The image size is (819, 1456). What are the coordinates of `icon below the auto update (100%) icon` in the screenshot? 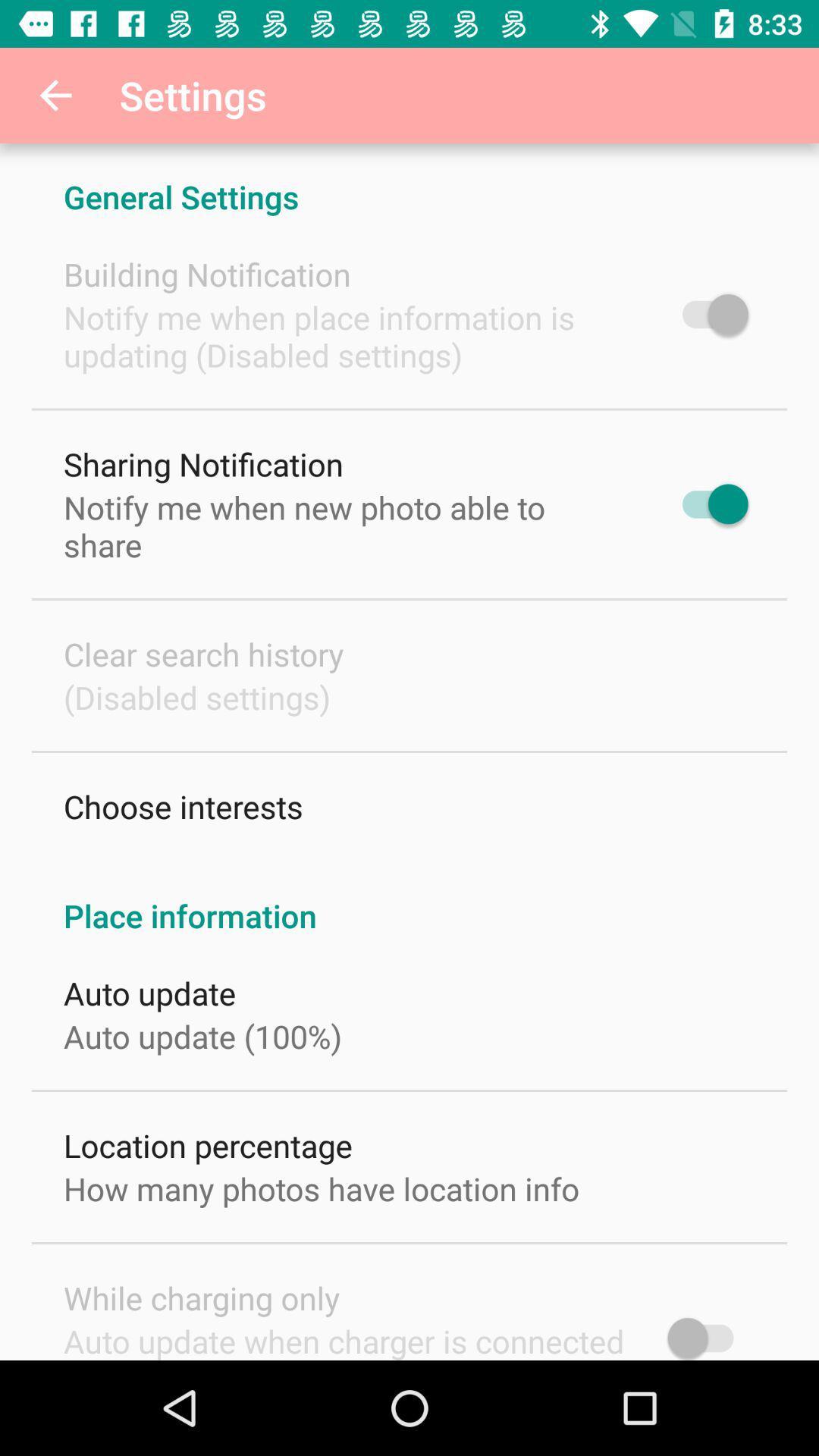 It's located at (208, 1145).